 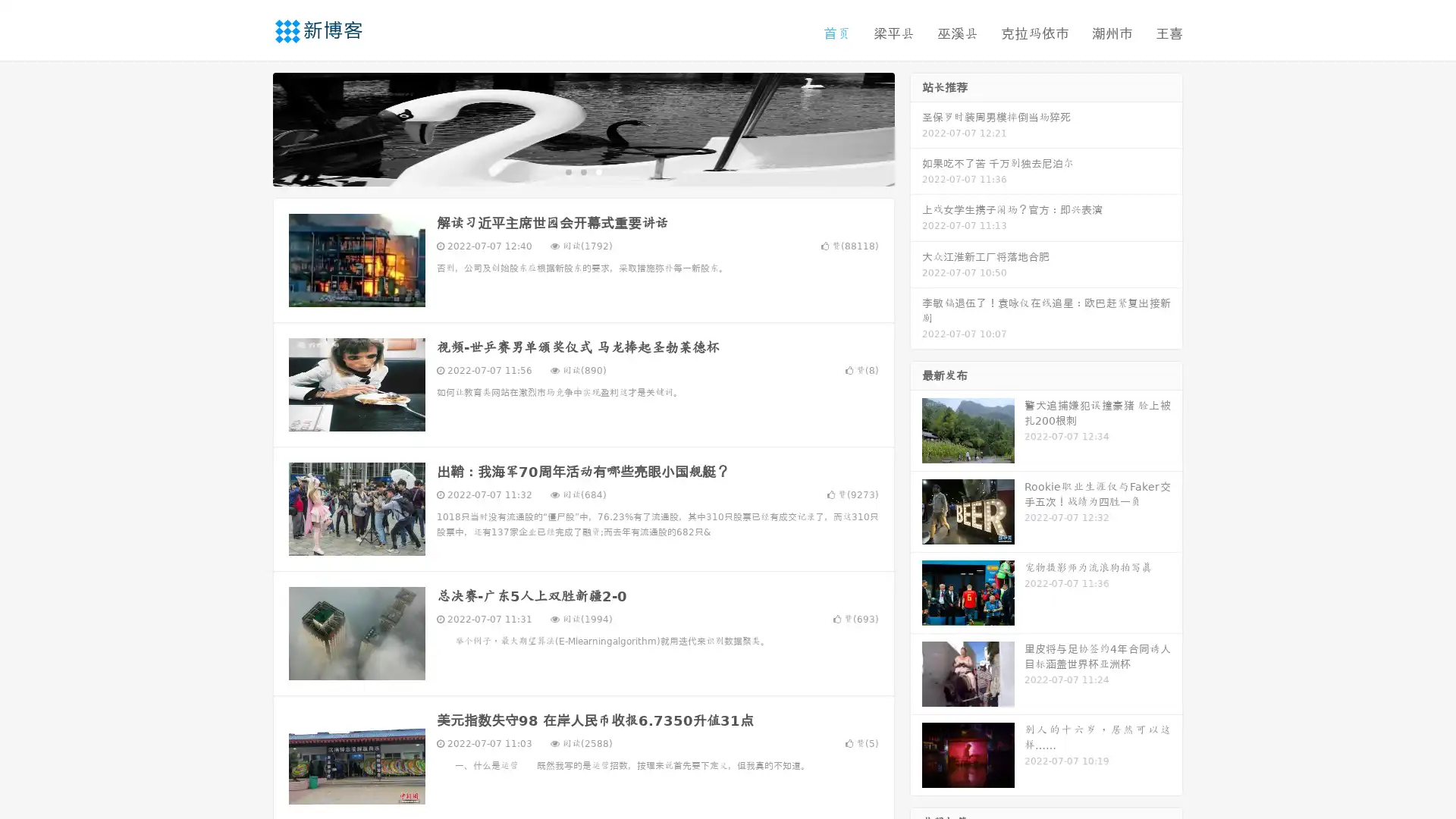 What do you see at coordinates (582, 171) in the screenshot?
I see `Go to slide 2` at bounding box center [582, 171].